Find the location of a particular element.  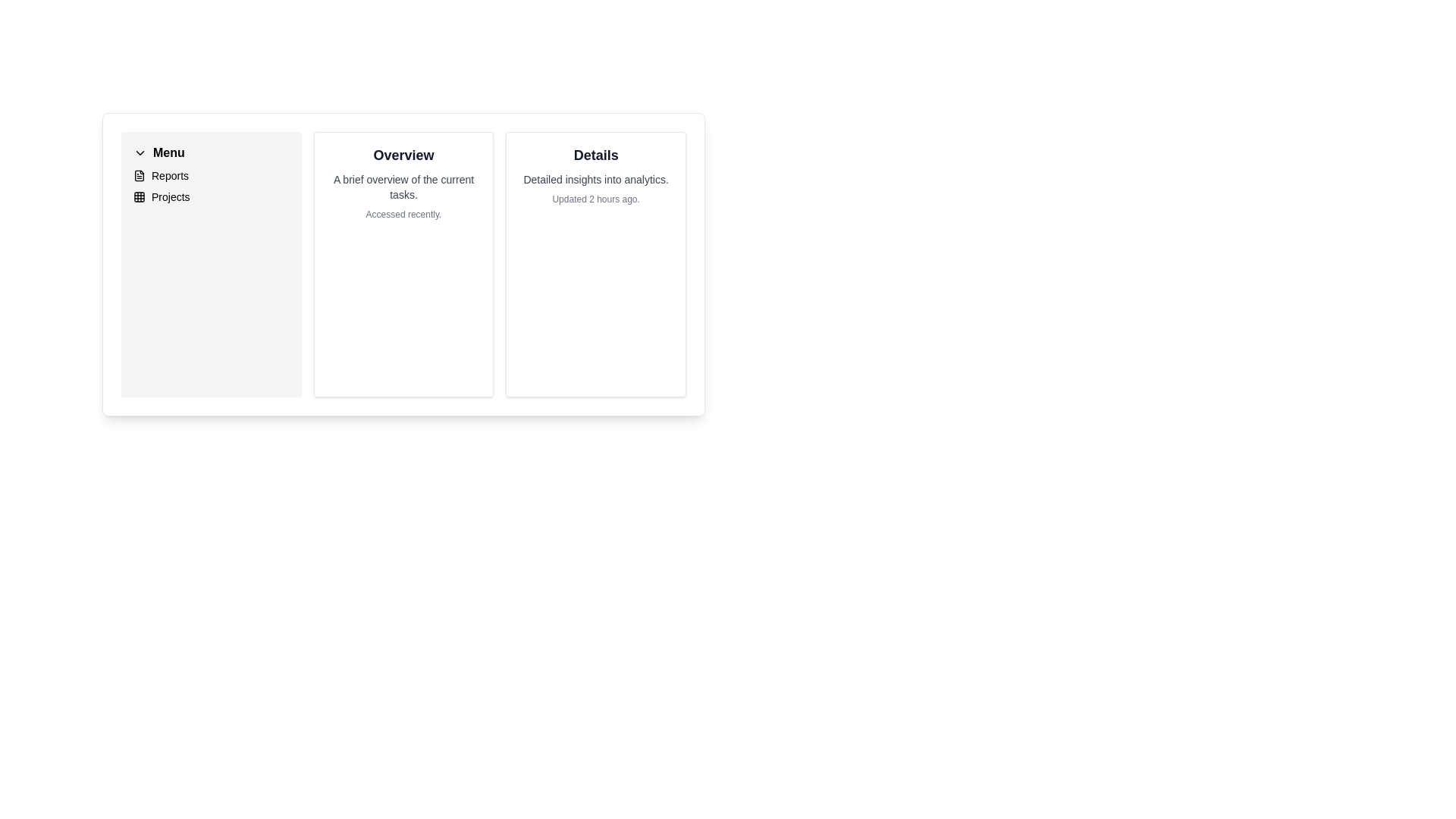

the square sub-component of the SVG icon located in the top-left corner of the 3x3 grid layout in the left sidebar under the 'Menu' section labeled 'Projects' is located at coordinates (139, 196).